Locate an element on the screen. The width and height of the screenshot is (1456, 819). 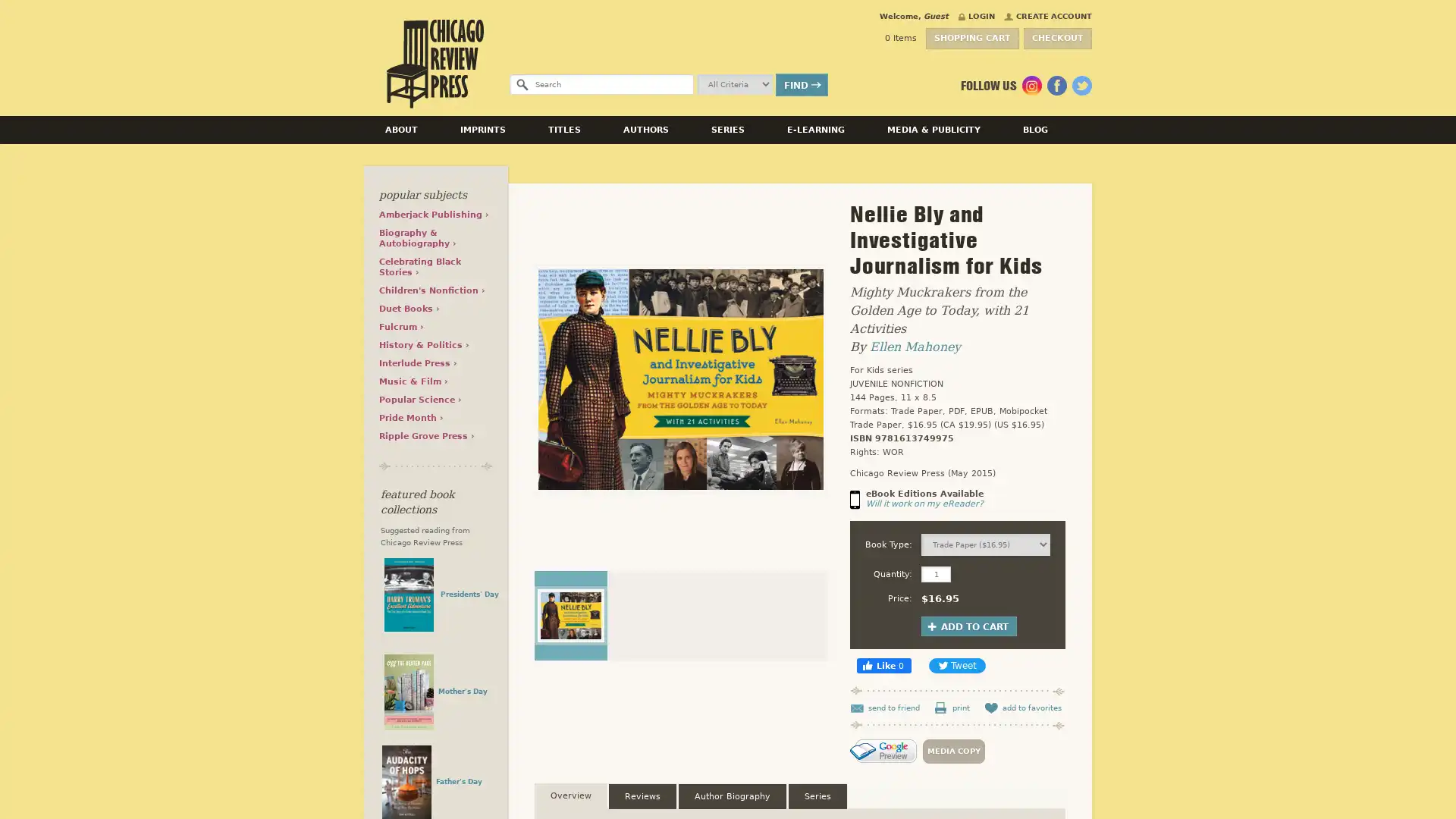
Add To Cart is located at coordinates (968, 626).